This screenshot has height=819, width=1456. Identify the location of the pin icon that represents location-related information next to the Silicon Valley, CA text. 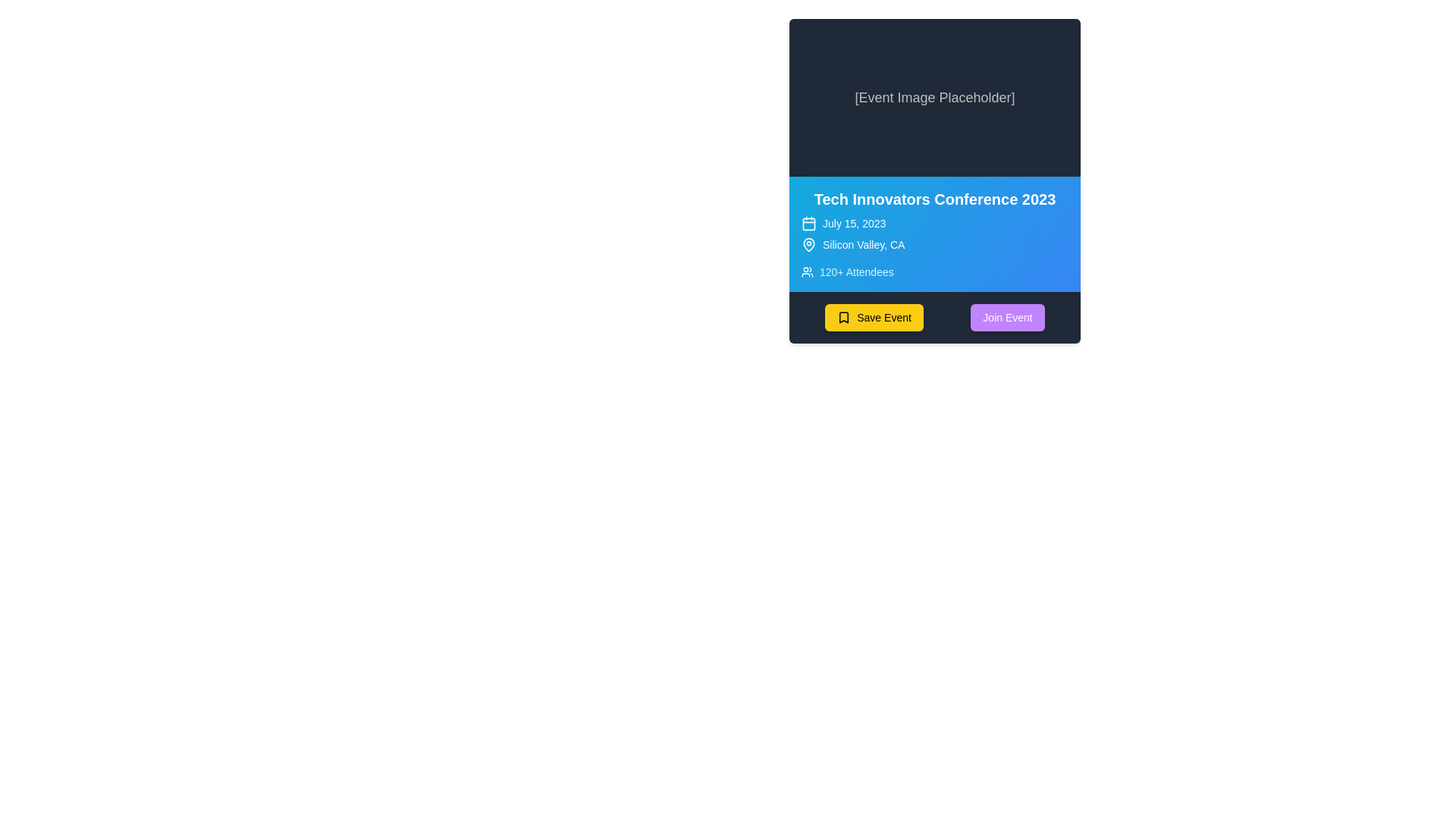
(808, 243).